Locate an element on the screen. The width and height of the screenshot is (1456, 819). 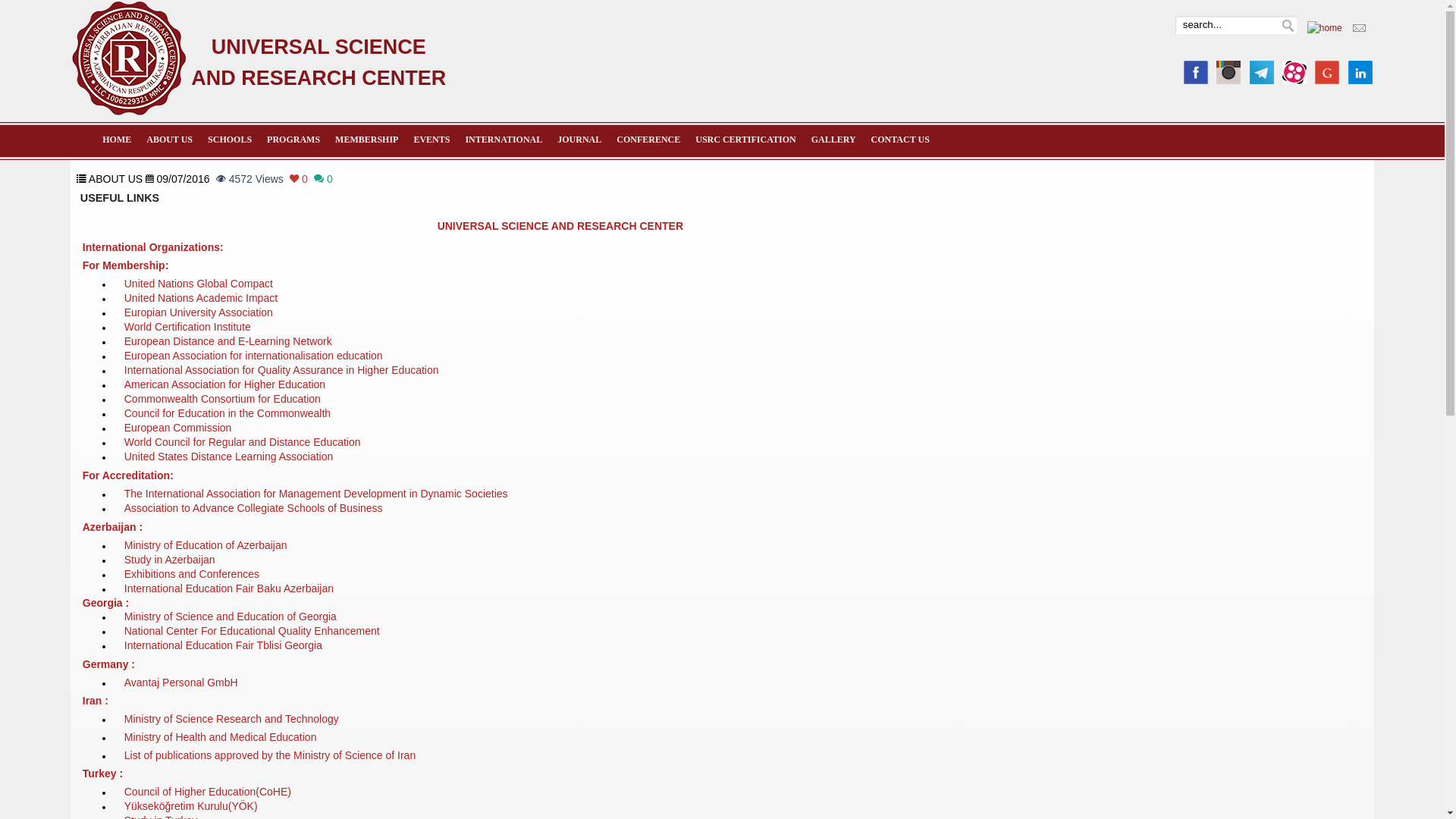
'CONFERENCE' is located at coordinates (648, 140).